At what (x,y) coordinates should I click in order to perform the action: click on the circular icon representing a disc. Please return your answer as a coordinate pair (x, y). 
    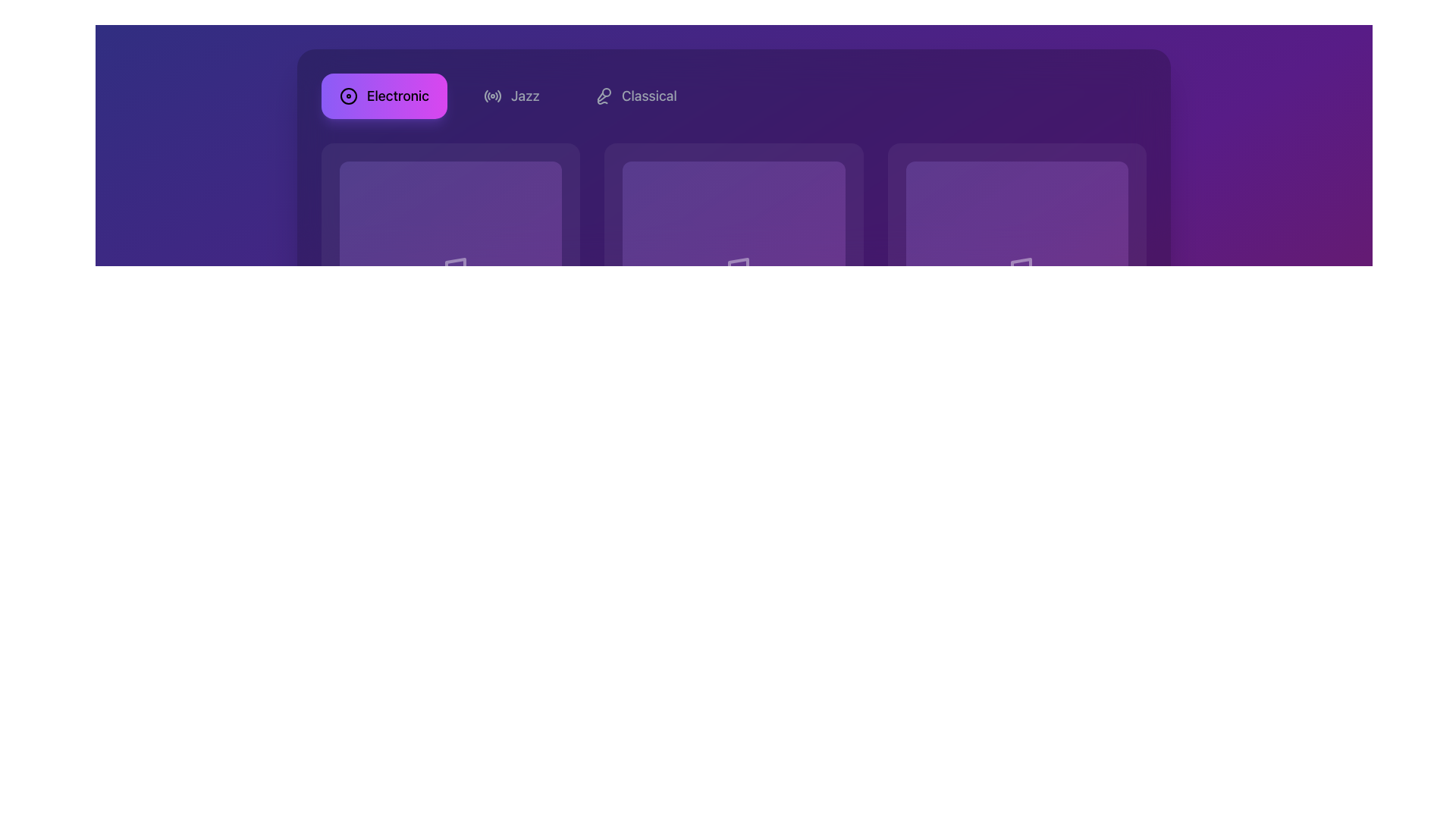
    Looking at the image, I should click on (348, 96).